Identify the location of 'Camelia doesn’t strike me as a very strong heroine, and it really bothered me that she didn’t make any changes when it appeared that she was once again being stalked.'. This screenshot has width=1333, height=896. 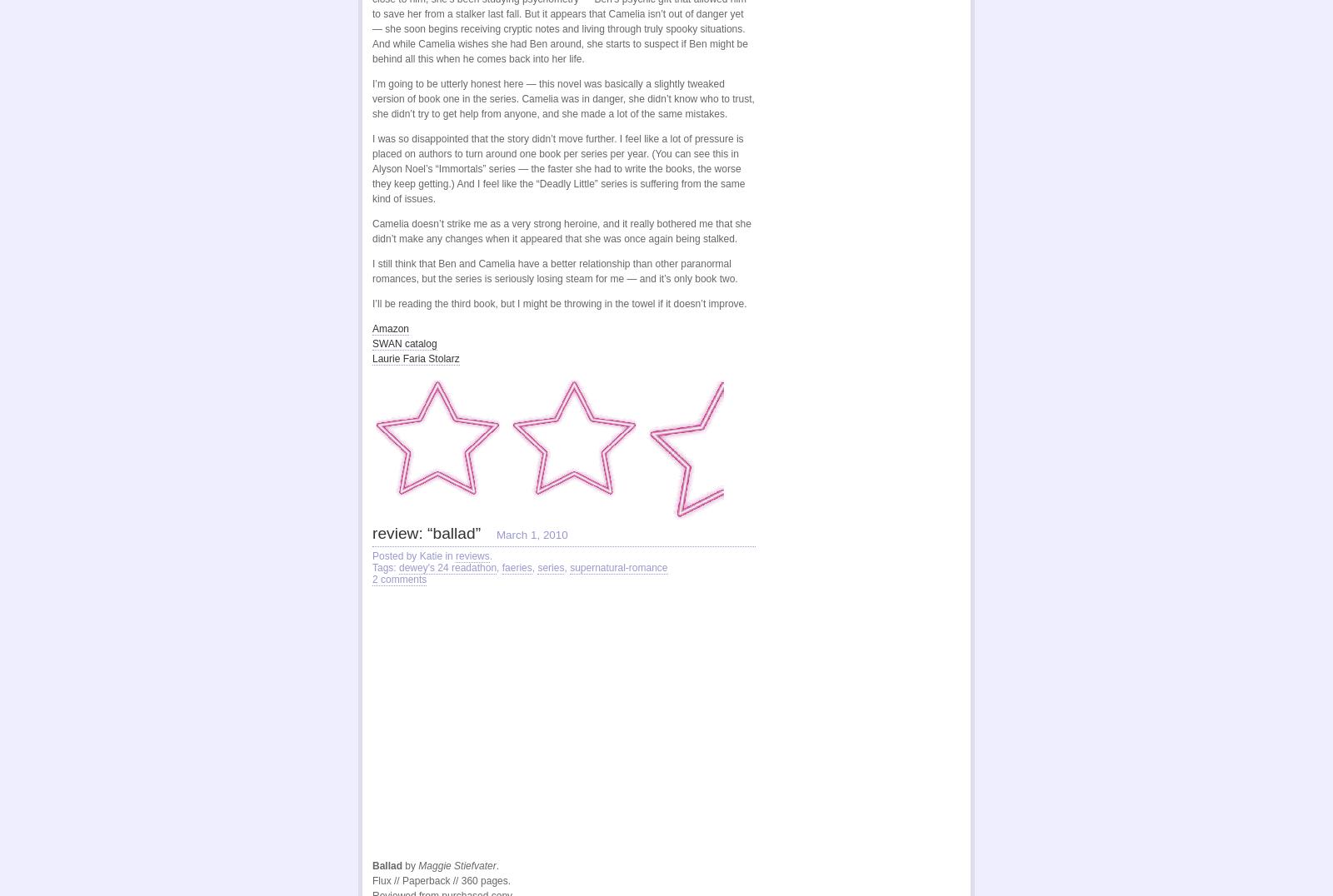
(562, 229).